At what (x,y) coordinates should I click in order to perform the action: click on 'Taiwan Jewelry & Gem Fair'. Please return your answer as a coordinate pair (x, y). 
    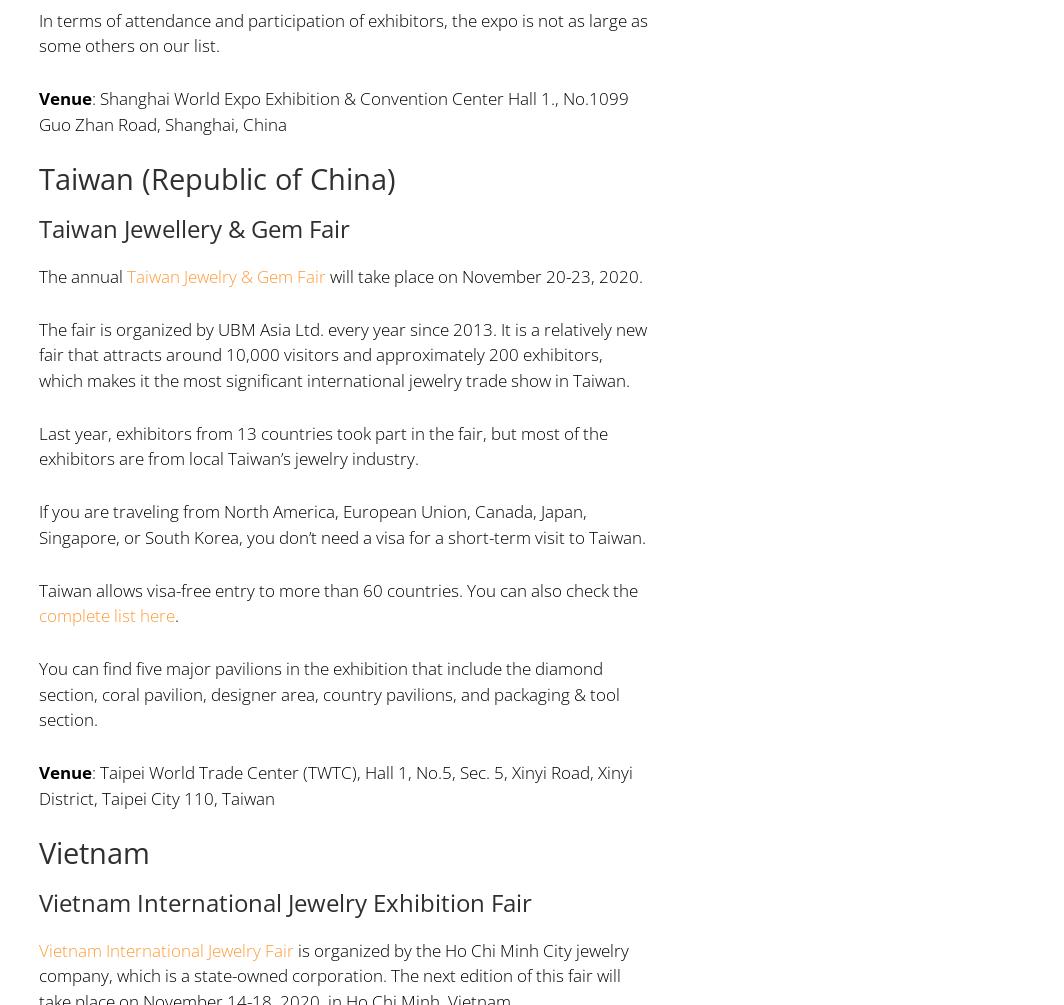
    Looking at the image, I should click on (225, 274).